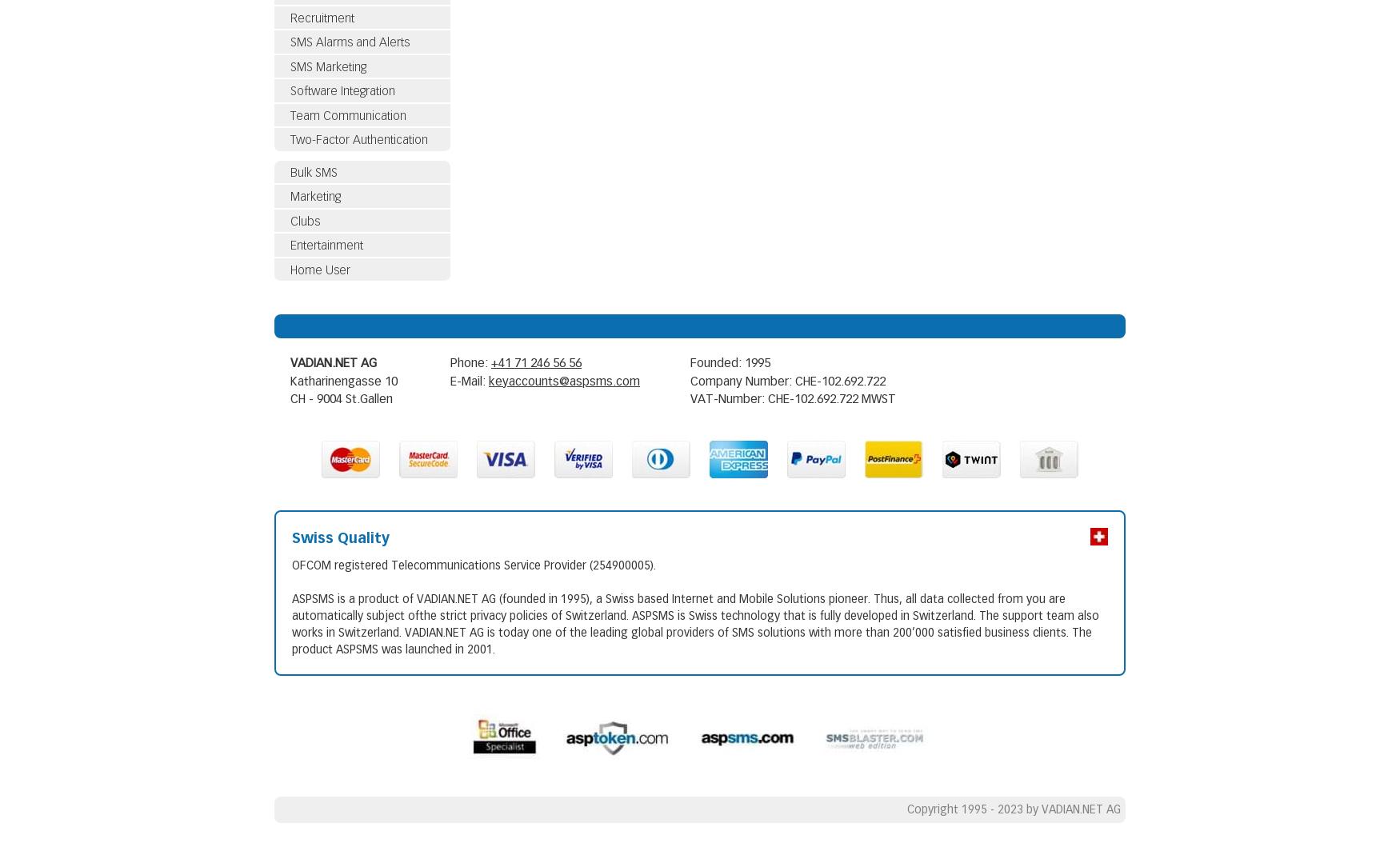 The image size is (1400, 863). What do you see at coordinates (695, 624) in the screenshot?
I see `'ASPSMS is a product of VADIAN.NET AG (founded in 1995), a Swiss based Internet and Mobile Solutions pioneer. Thus, all data collected from you are automatically subject ofthe strict privacy policies of Switzerland. ASPSMS is Swiss technology that is fully developed in Switzerland. The support team also works in Switzerland. VADIAN.NET AG is today one of the leading global providers of SMS solutions with more than 200’000 satisfied business clients. The product ASPSMS was launched in 2001.'` at bounding box center [695, 624].